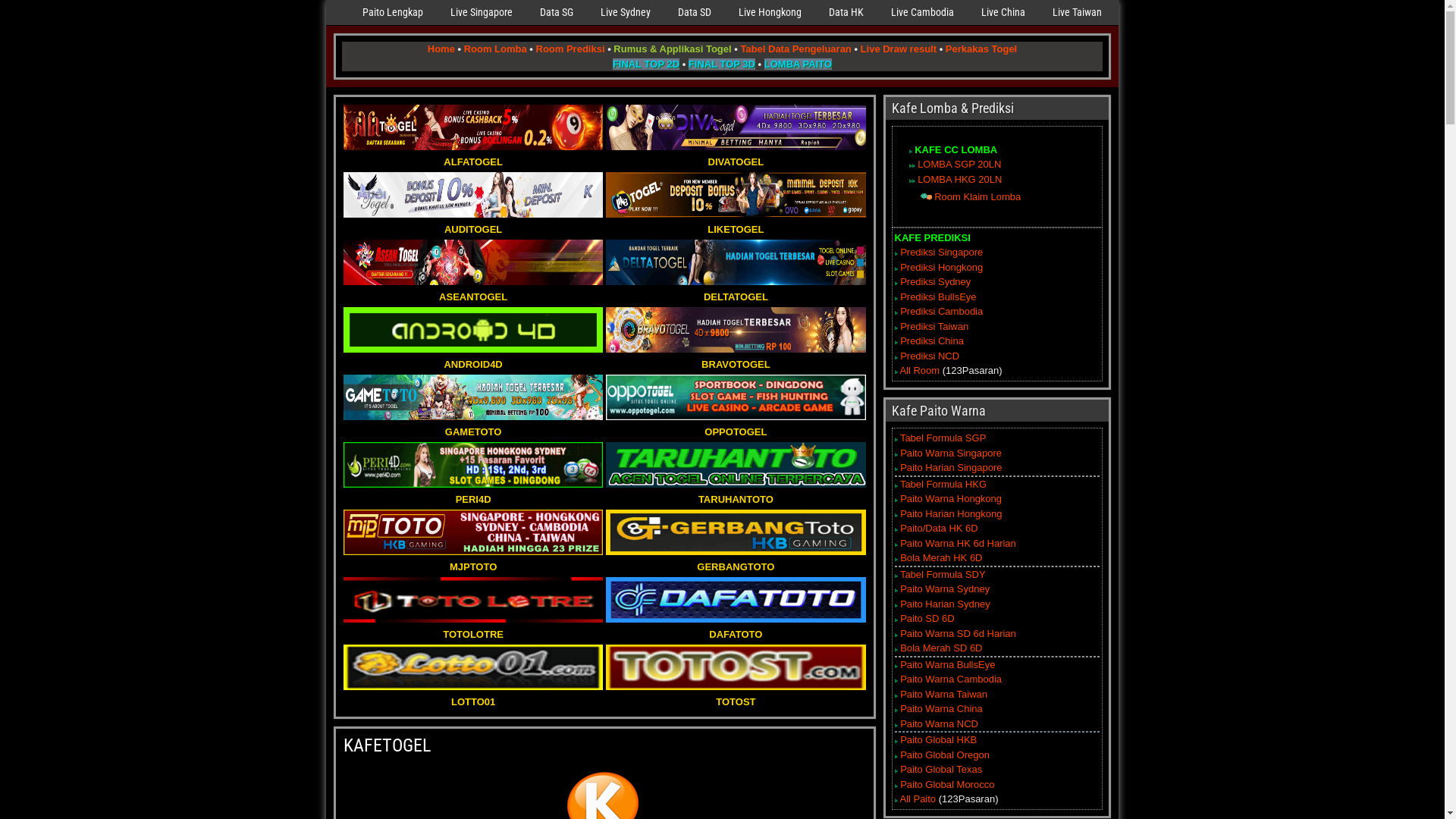 Image resolution: width=1456 pixels, height=819 pixels. What do you see at coordinates (949, 466) in the screenshot?
I see `'Paito Harian Singapore'` at bounding box center [949, 466].